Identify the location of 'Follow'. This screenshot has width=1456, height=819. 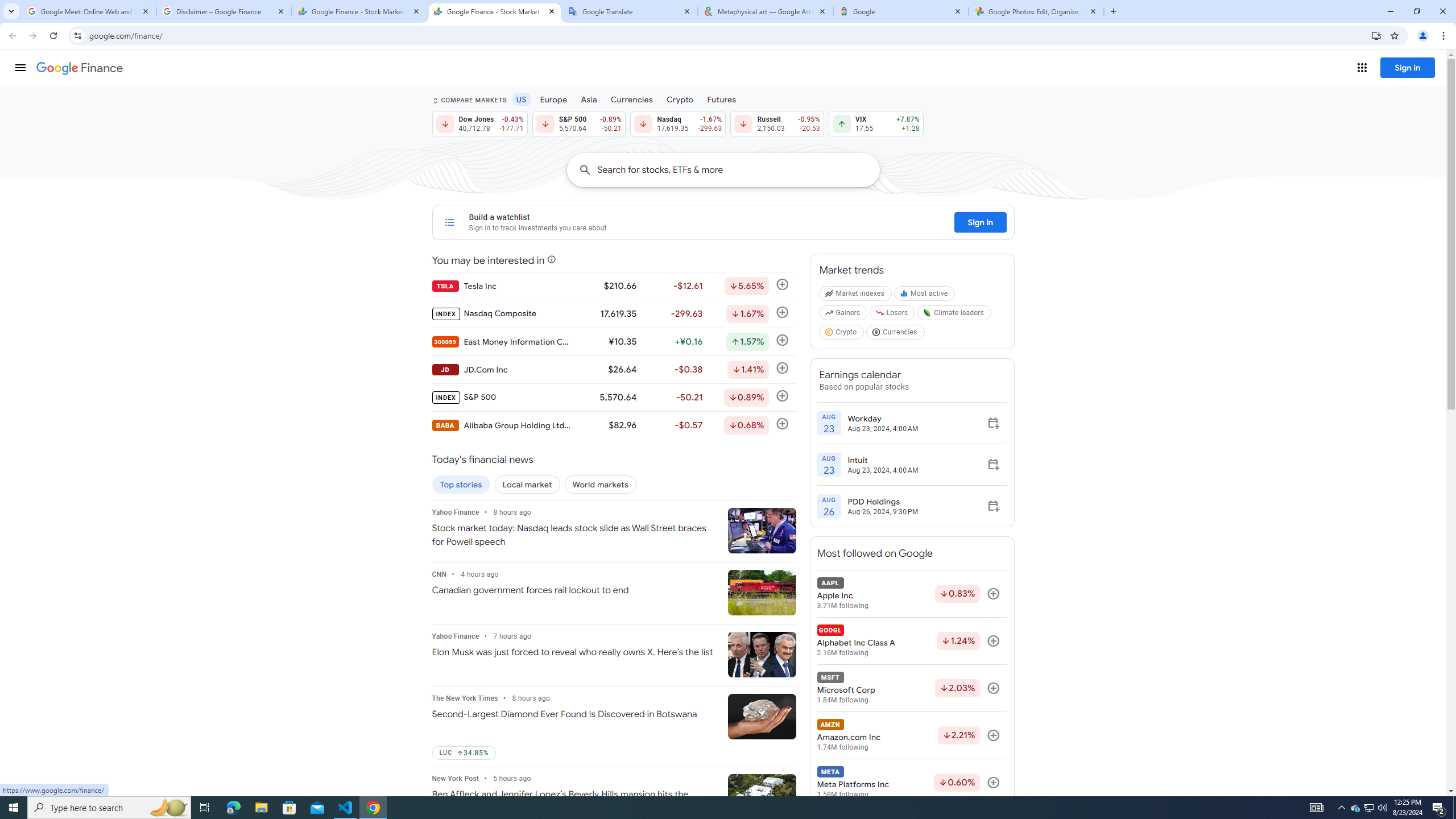
(993, 783).